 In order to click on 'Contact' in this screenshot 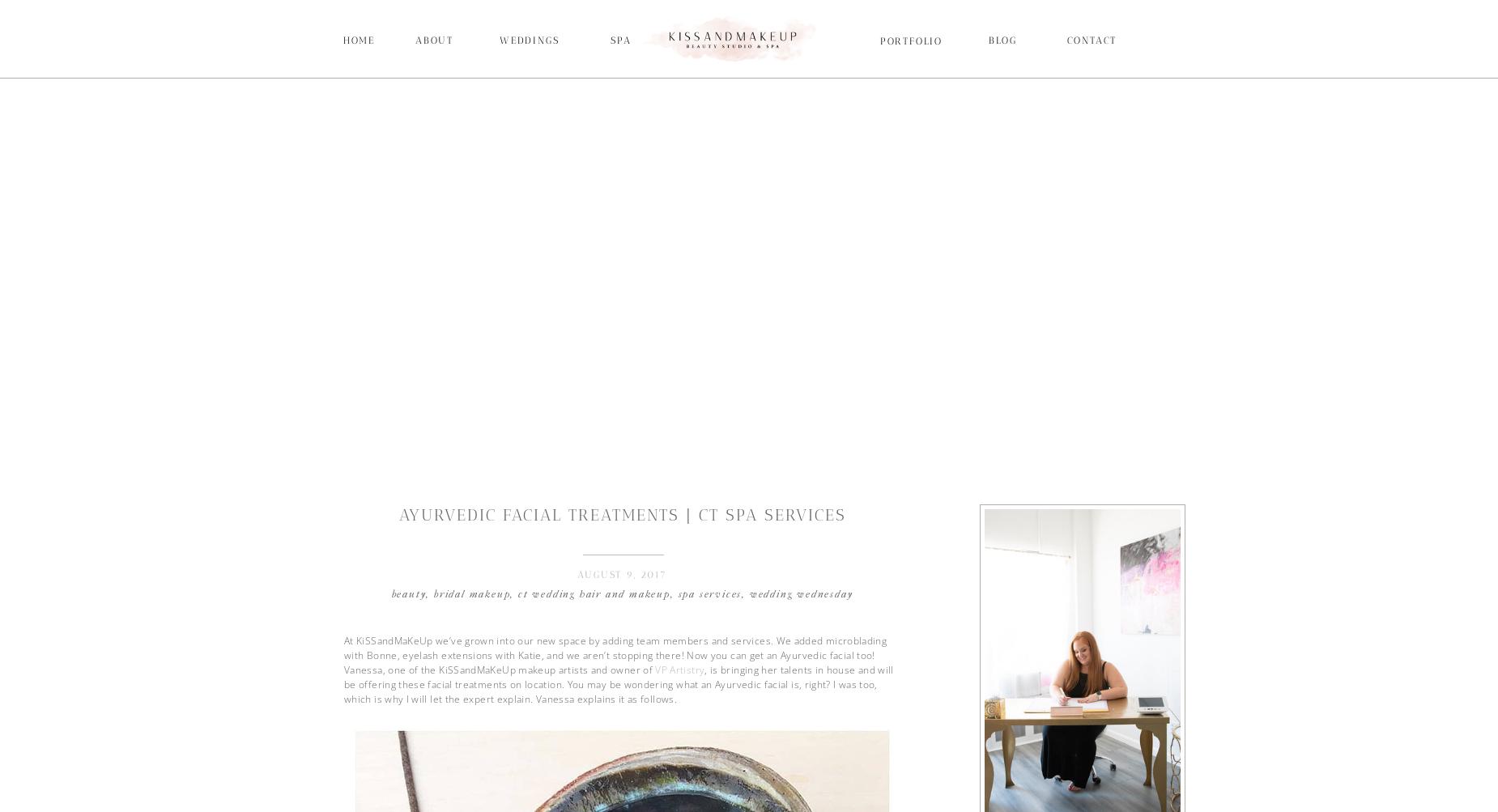, I will do `click(1090, 40)`.